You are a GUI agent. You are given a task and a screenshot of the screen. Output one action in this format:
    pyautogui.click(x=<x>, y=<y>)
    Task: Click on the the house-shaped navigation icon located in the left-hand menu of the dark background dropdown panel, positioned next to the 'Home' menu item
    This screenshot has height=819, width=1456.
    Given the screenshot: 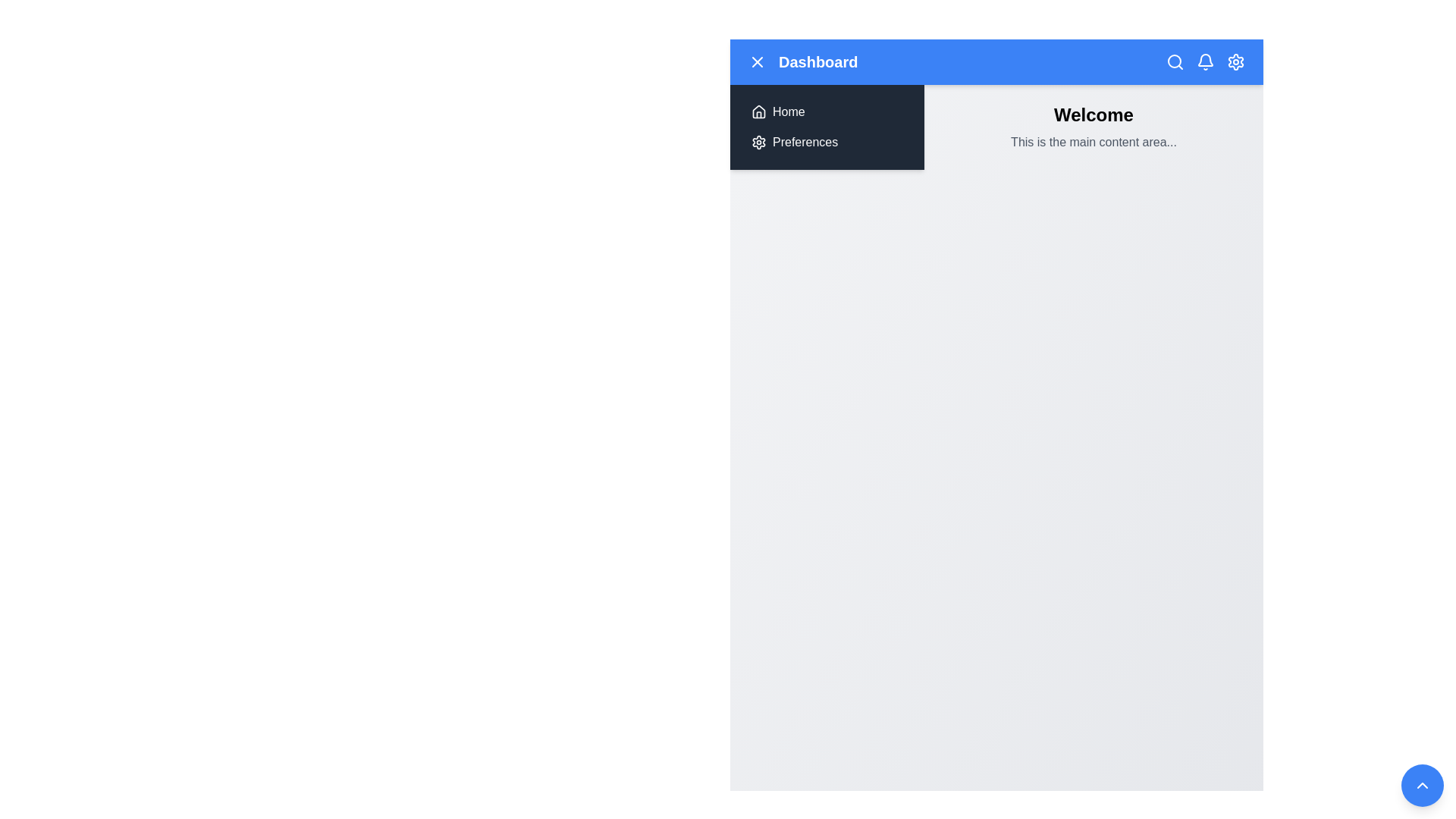 What is the action you would take?
    pyautogui.click(x=759, y=110)
    